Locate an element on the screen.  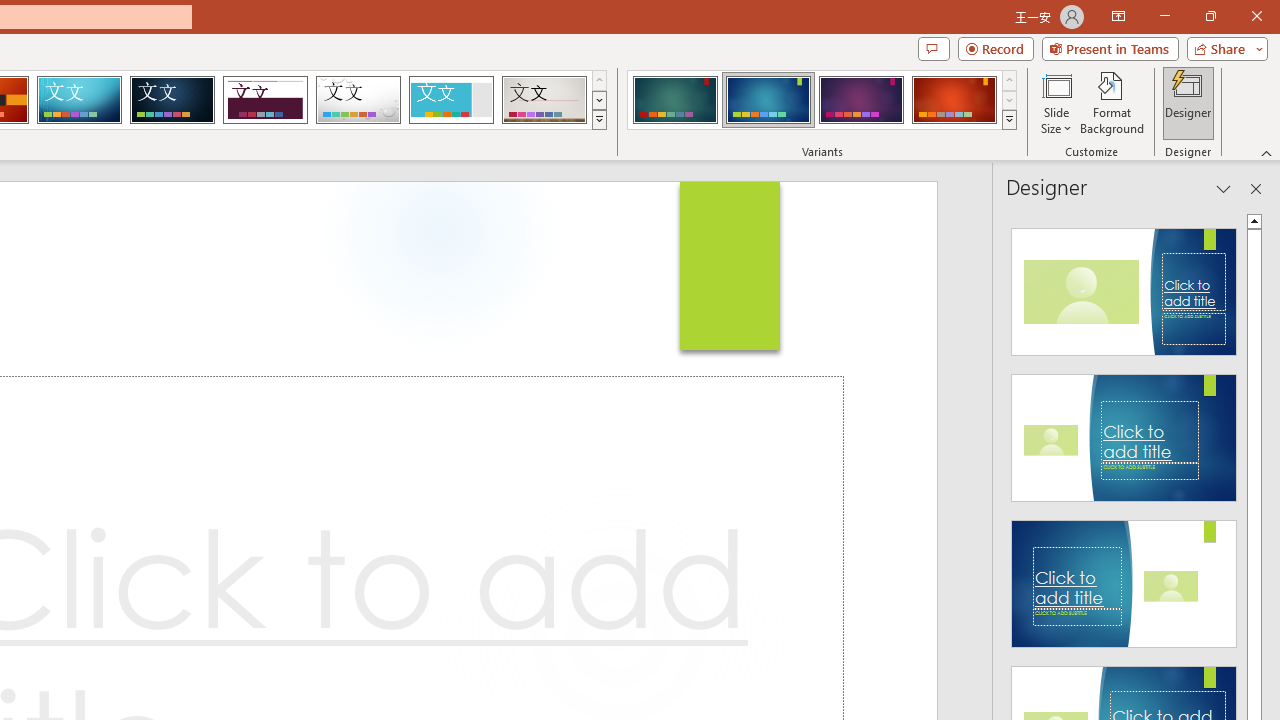
'Dividend Loading Preview...' is located at coordinates (264, 100).